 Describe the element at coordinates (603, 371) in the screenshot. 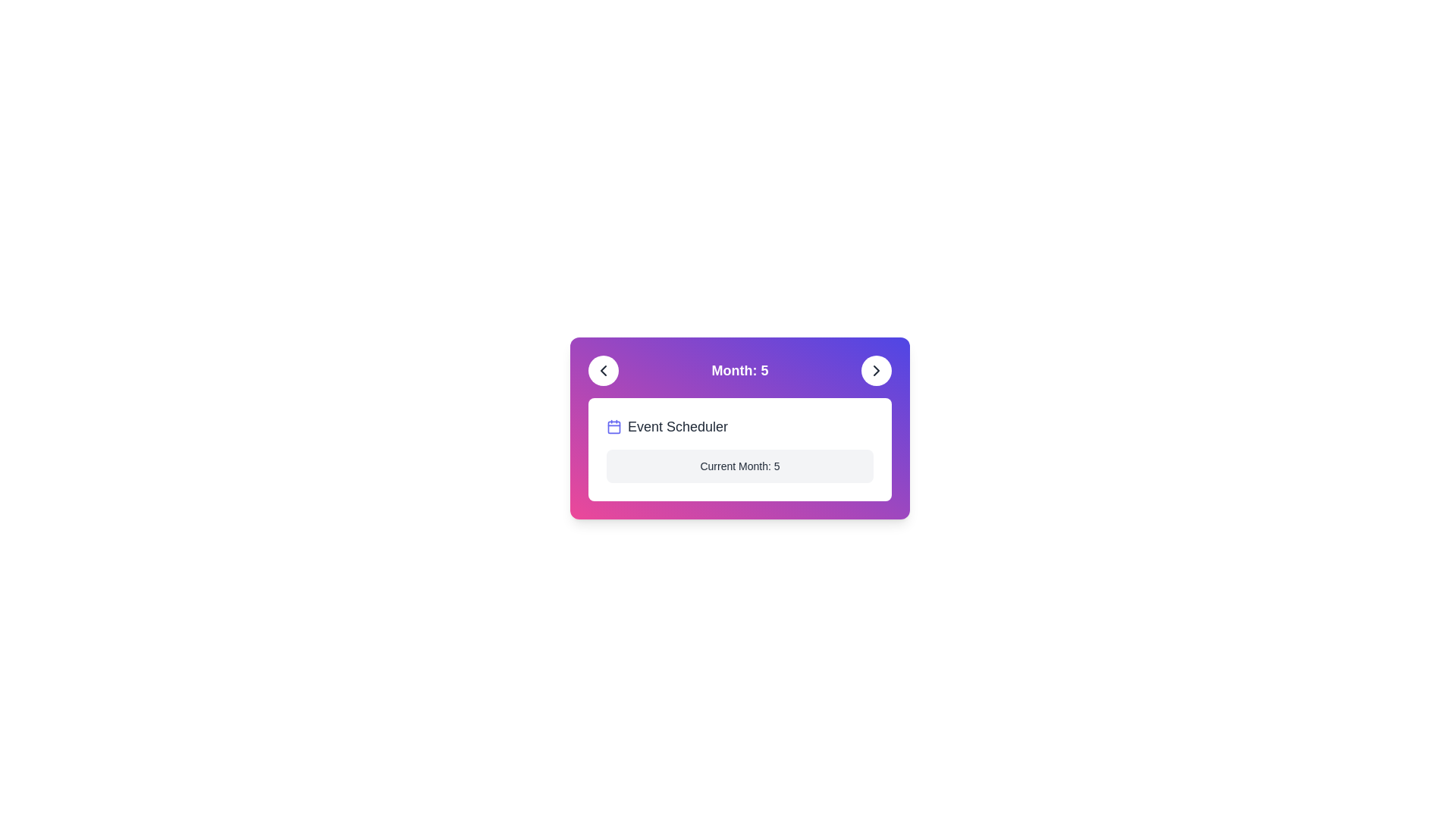

I see `the back navigation button with a left-pointing chevron icon` at that location.